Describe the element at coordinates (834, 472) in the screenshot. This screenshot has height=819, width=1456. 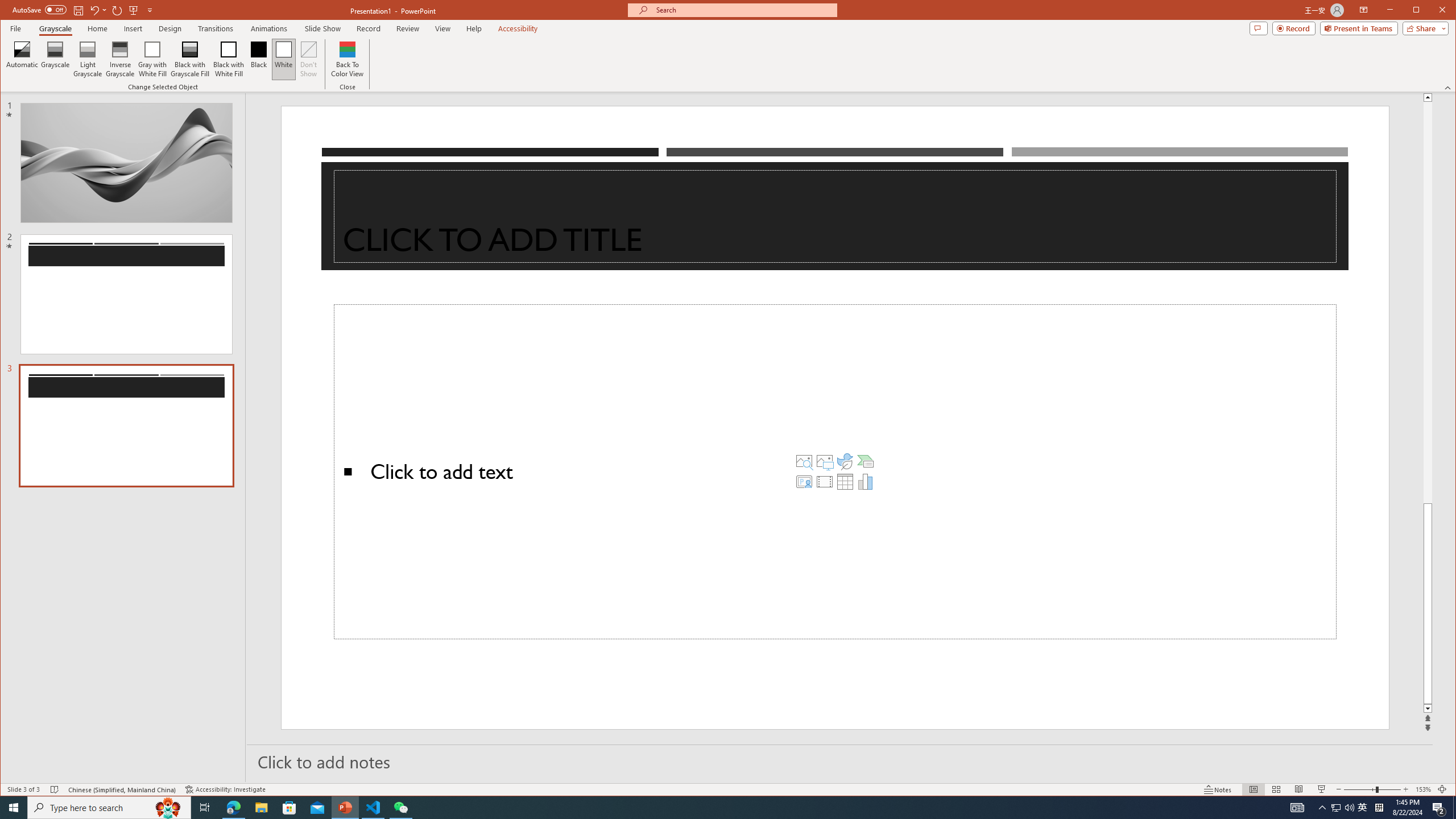
I see `'Content Placeholder'` at that location.